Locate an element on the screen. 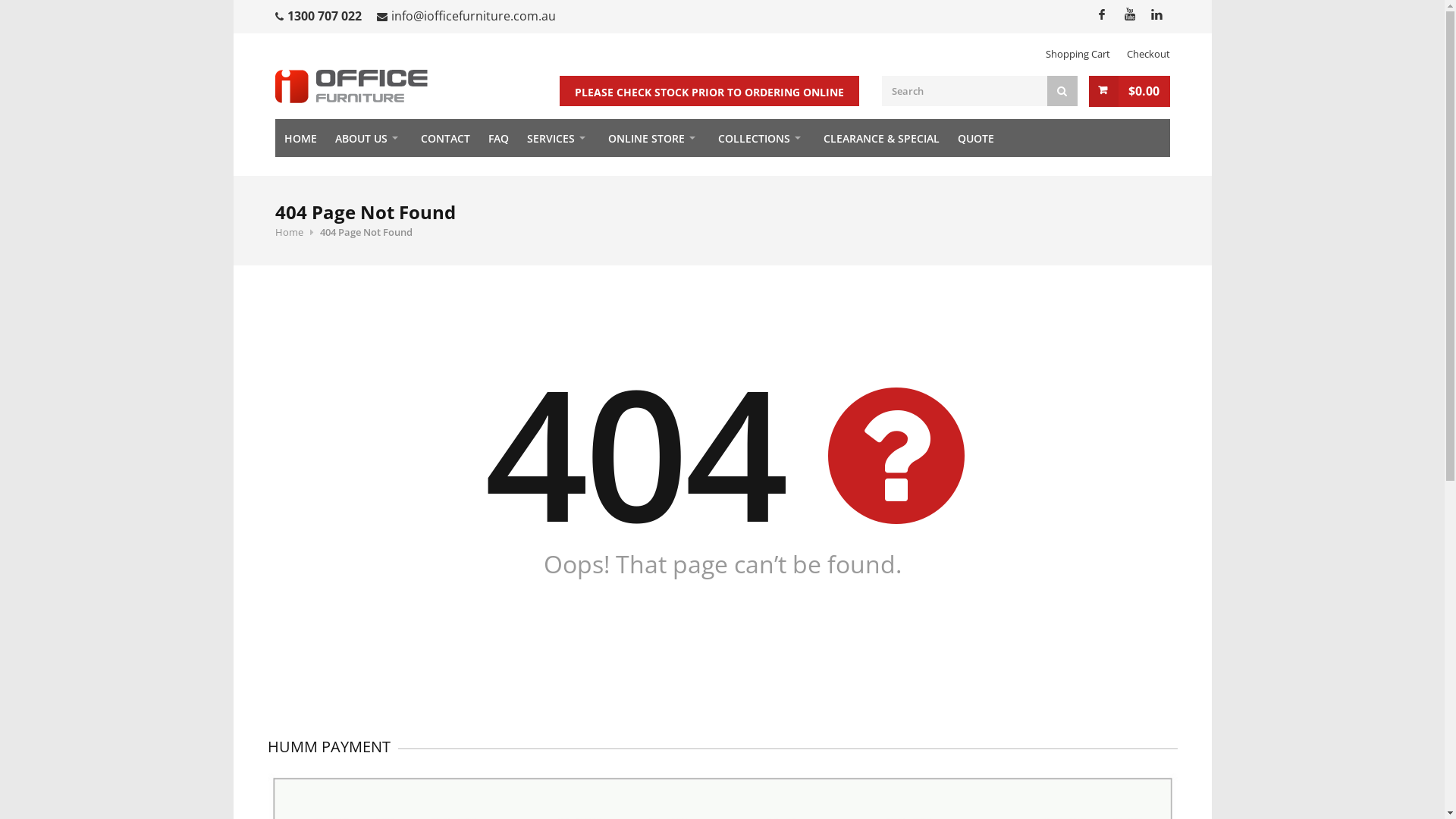  'HOME' is located at coordinates (300, 137).